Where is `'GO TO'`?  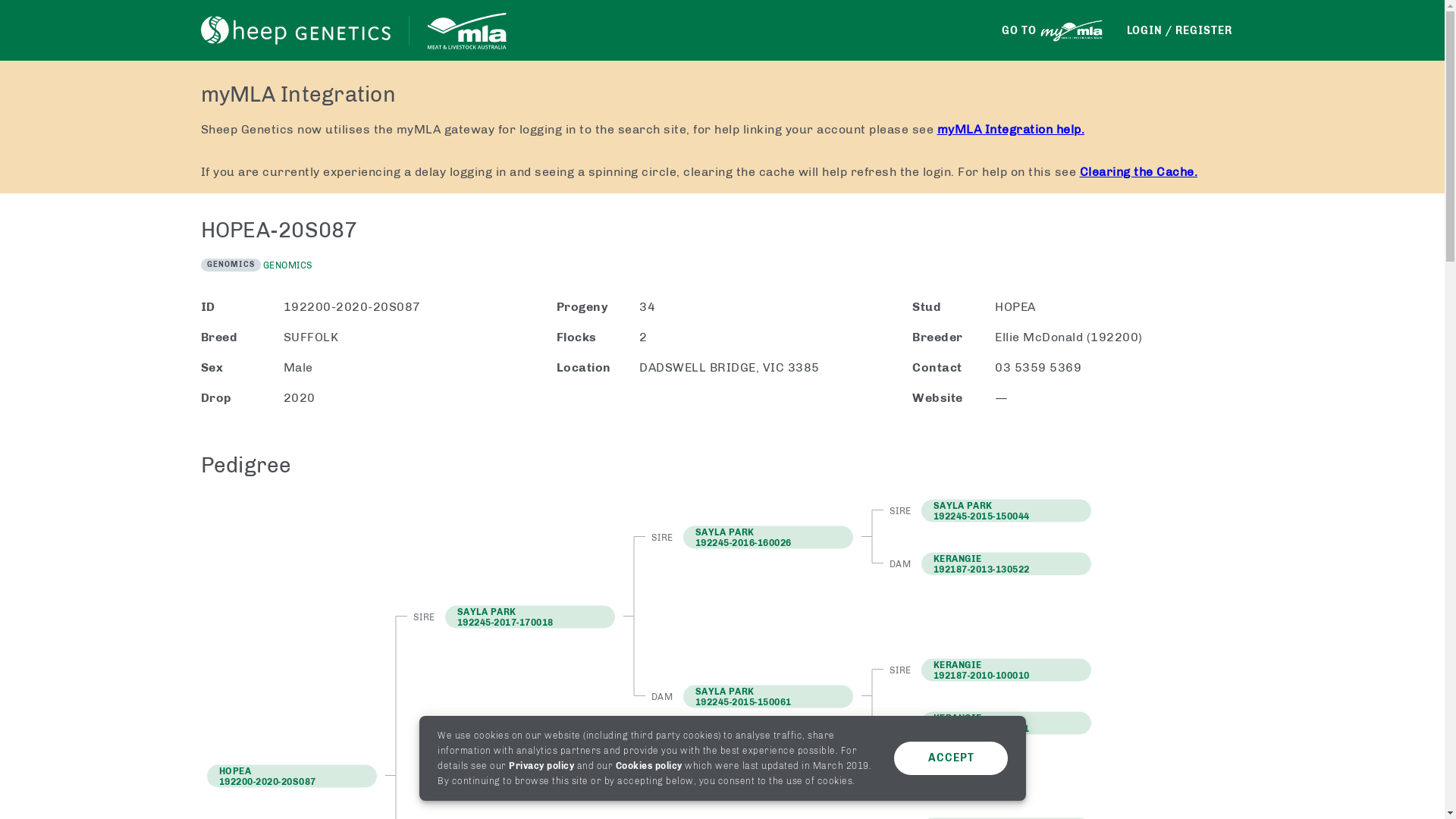 'GO TO' is located at coordinates (1051, 30).